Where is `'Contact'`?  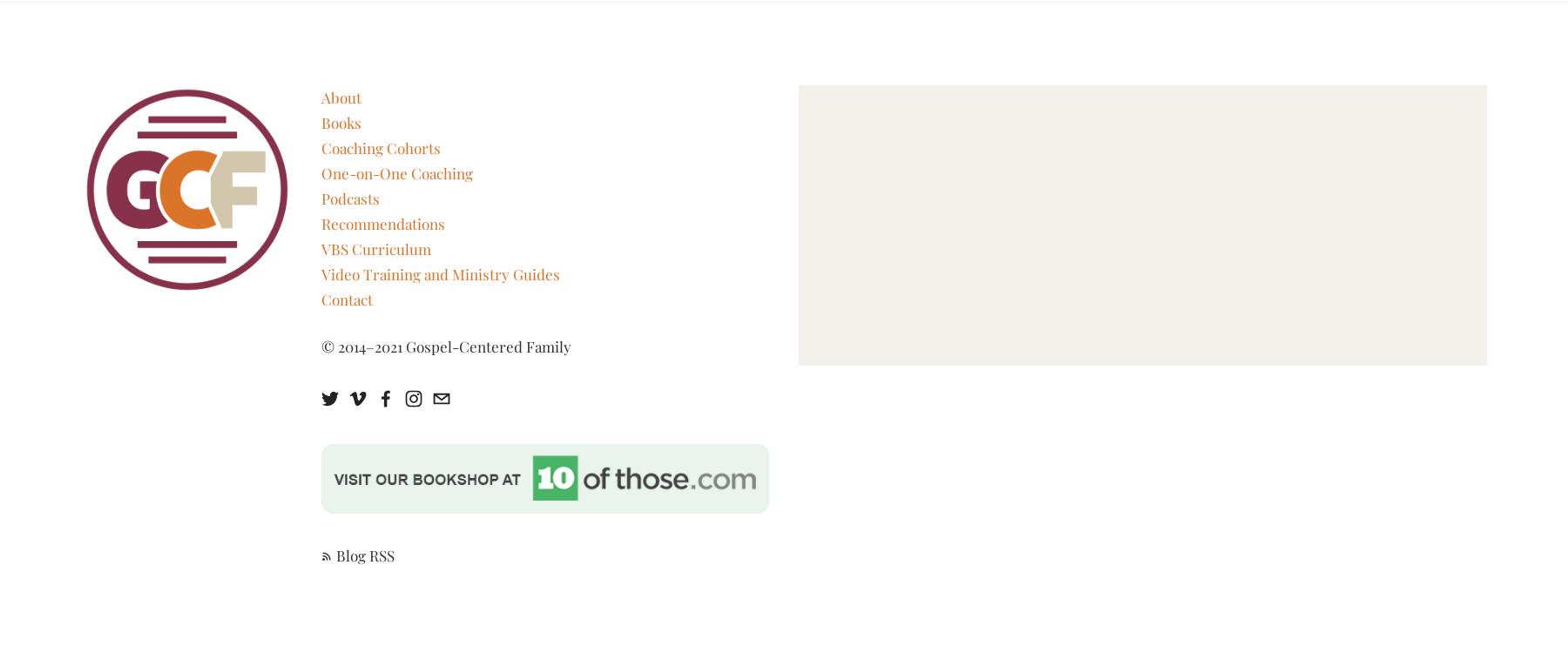 'Contact' is located at coordinates (346, 298).